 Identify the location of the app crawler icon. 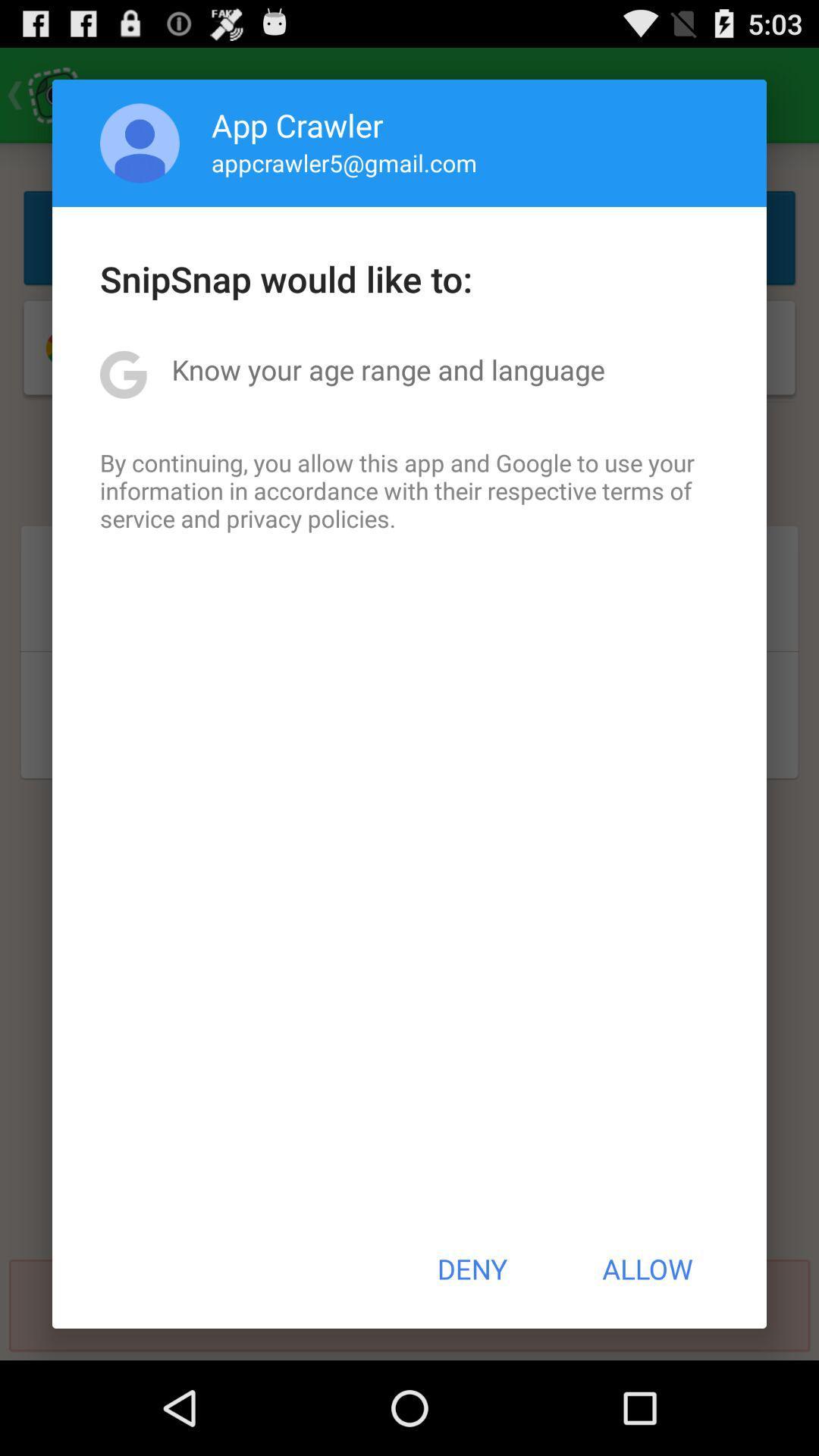
(297, 124).